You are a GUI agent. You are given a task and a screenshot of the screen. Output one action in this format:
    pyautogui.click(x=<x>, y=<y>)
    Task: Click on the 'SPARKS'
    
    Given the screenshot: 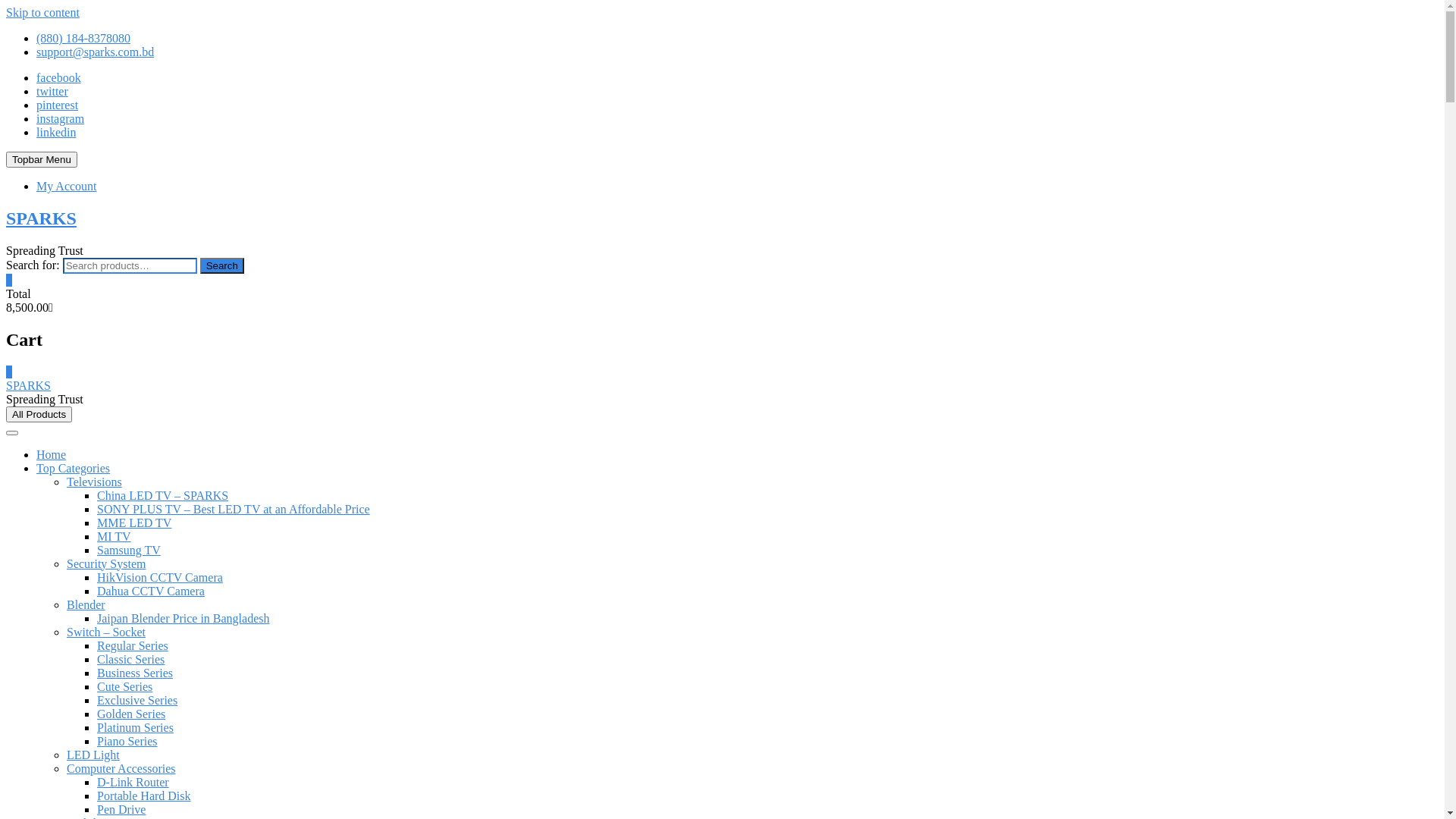 What is the action you would take?
    pyautogui.click(x=41, y=218)
    